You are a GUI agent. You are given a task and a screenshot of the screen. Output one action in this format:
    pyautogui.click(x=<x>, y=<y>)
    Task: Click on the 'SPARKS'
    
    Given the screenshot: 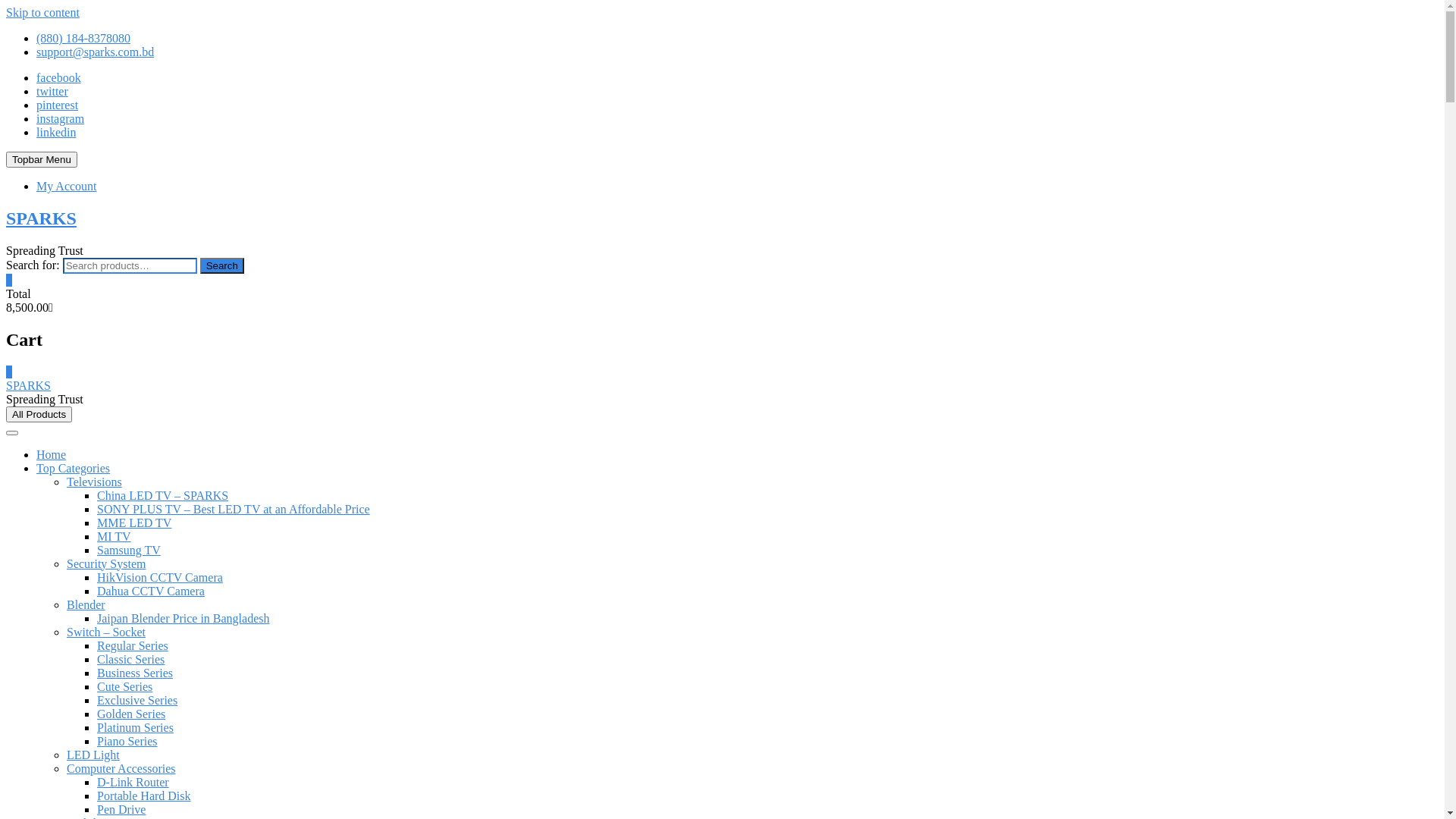 What is the action you would take?
    pyautogui.click(x=41, y=218)
    